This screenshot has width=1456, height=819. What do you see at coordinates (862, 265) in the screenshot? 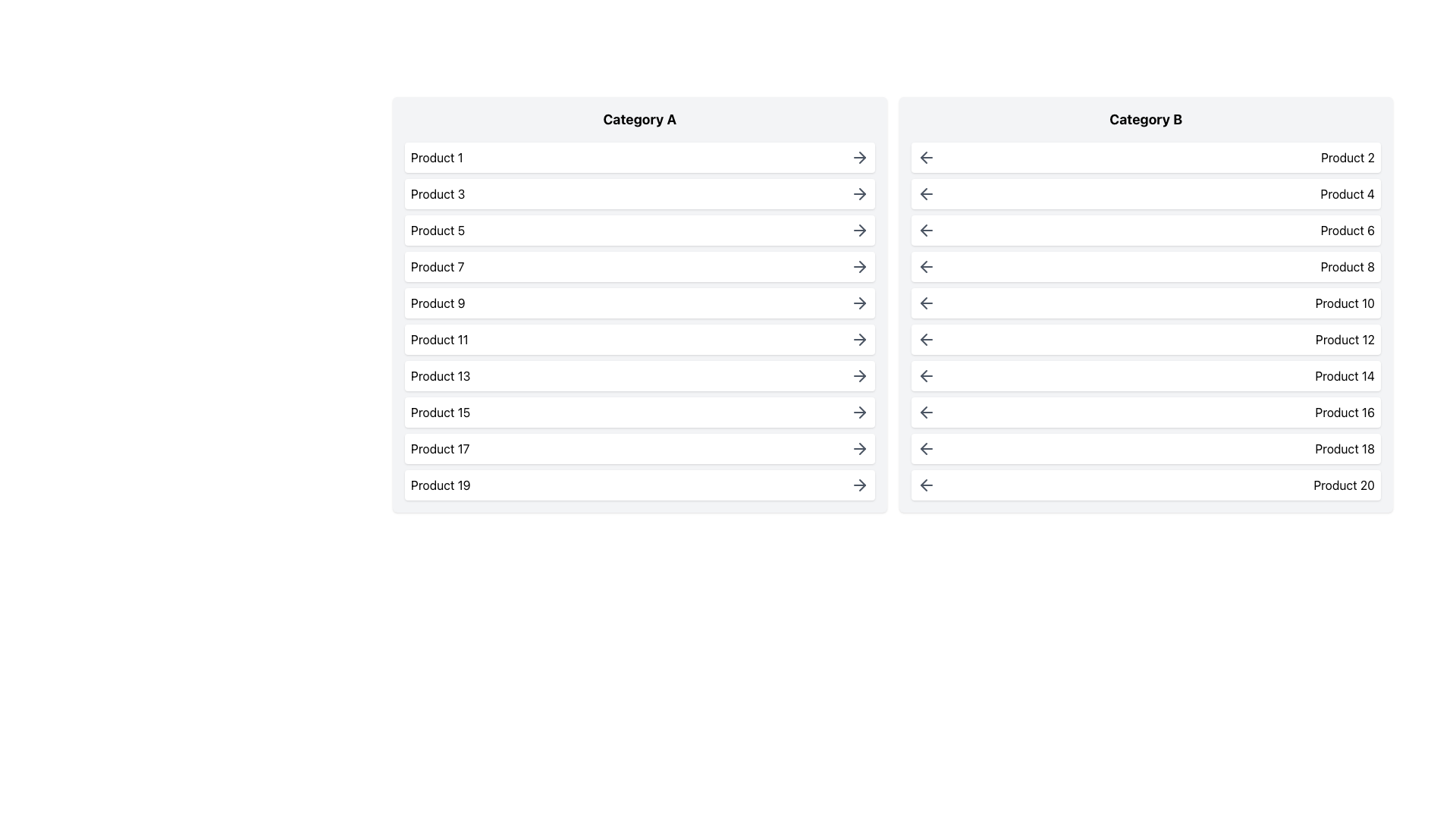
I see `the actionable icon located in the rightmost column of the 'Product 7' row in the 'Category A' section` at bounding box center [862, 265].